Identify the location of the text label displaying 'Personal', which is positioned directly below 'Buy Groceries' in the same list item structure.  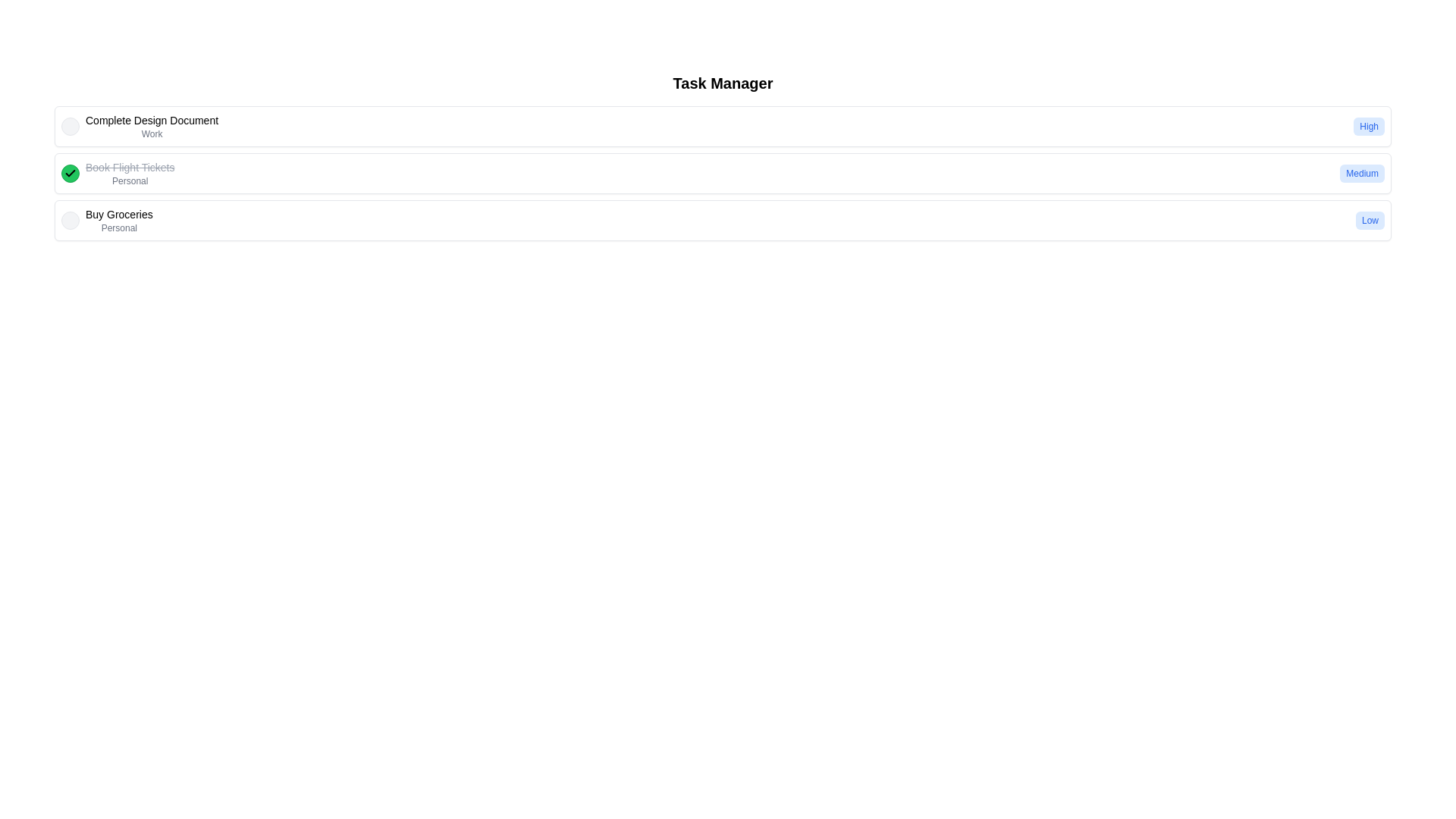
(118, 227).